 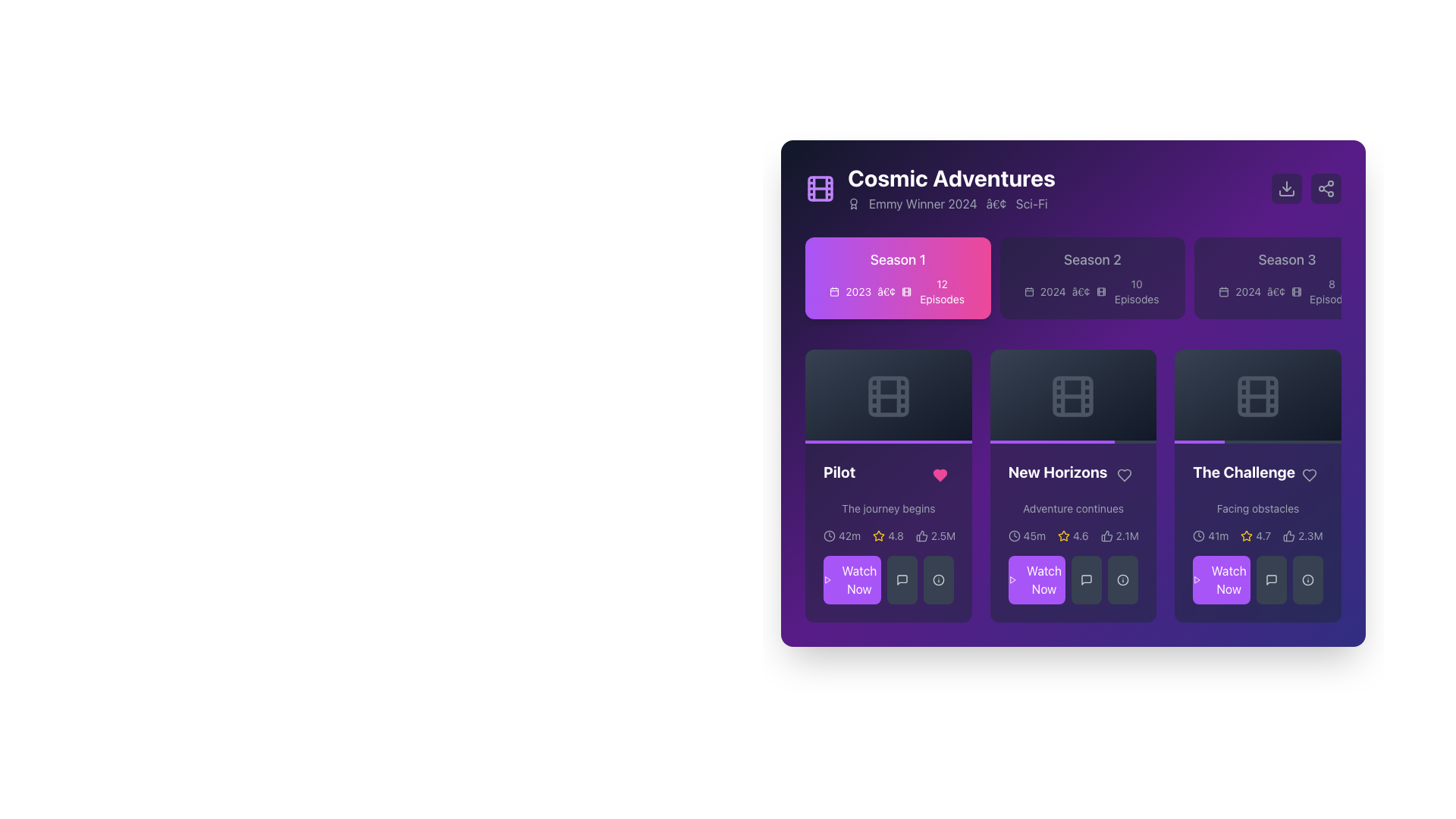 I want to click on the third icon in the 'Cosmic Adventures' card layout, representing 'Season 3', so click(x=1296, y=292).